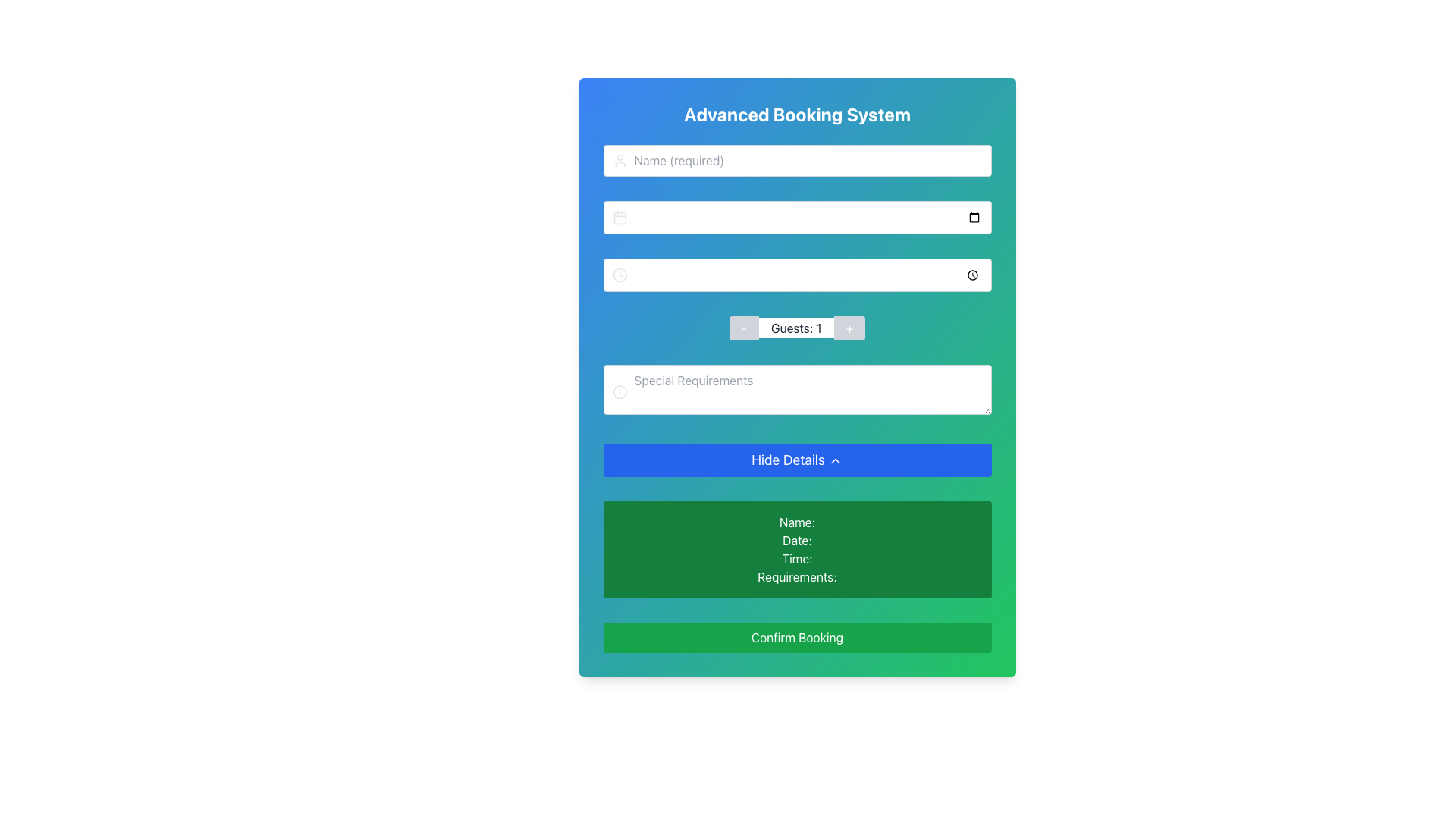 This screenshot has width=1456, height=819. What do you see at coordinates (796, 459) in the screenshot?
I see `the toggle visibility button located in the bottom section of the interface, centered horizontally, to observe any hover effect` at bounding box center [796, 459].